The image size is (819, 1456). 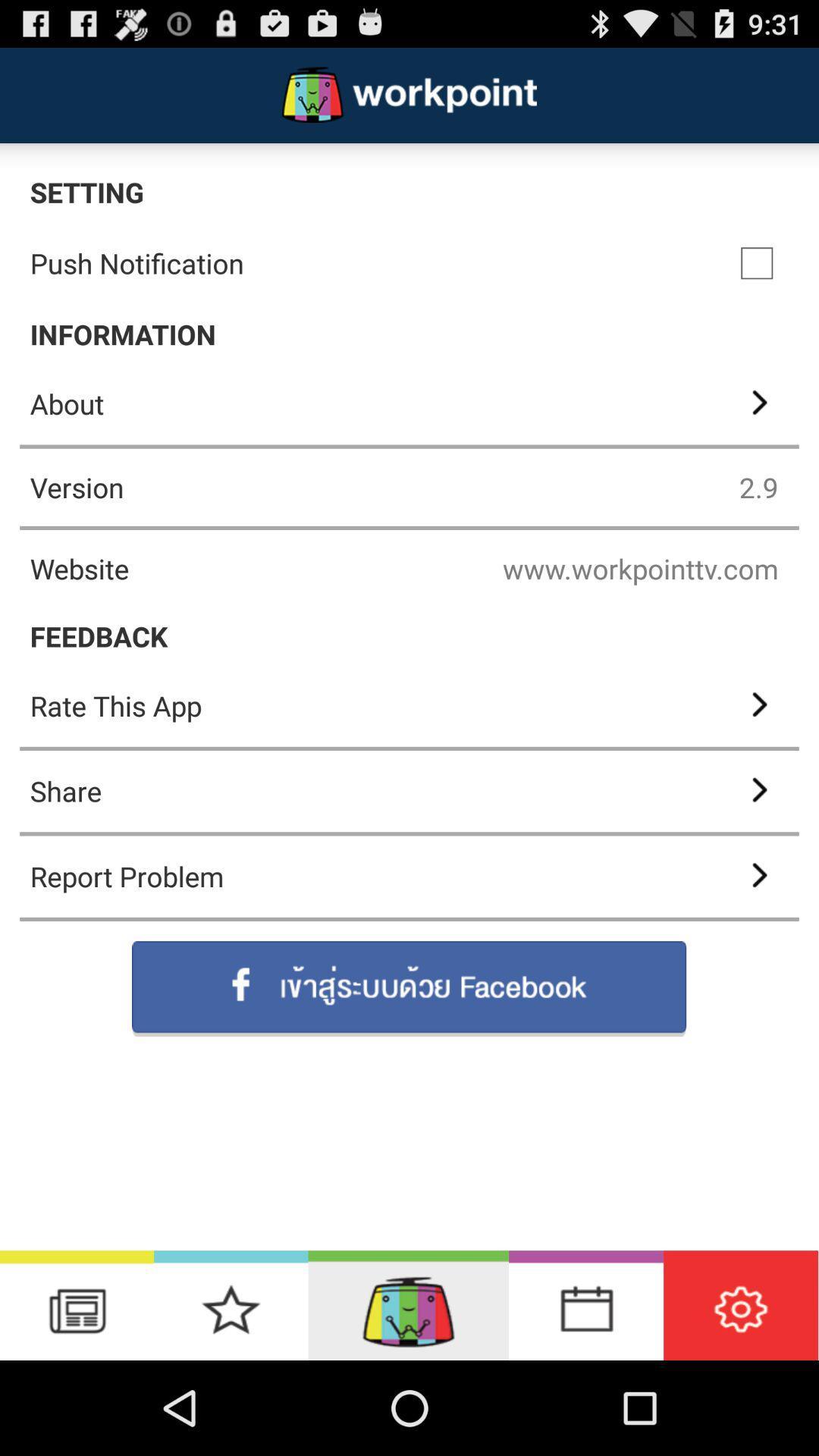 What do you see at coordinates (407, 1304) in the screenshot?
I see `application home screen` at bounding box center [407, 1304].